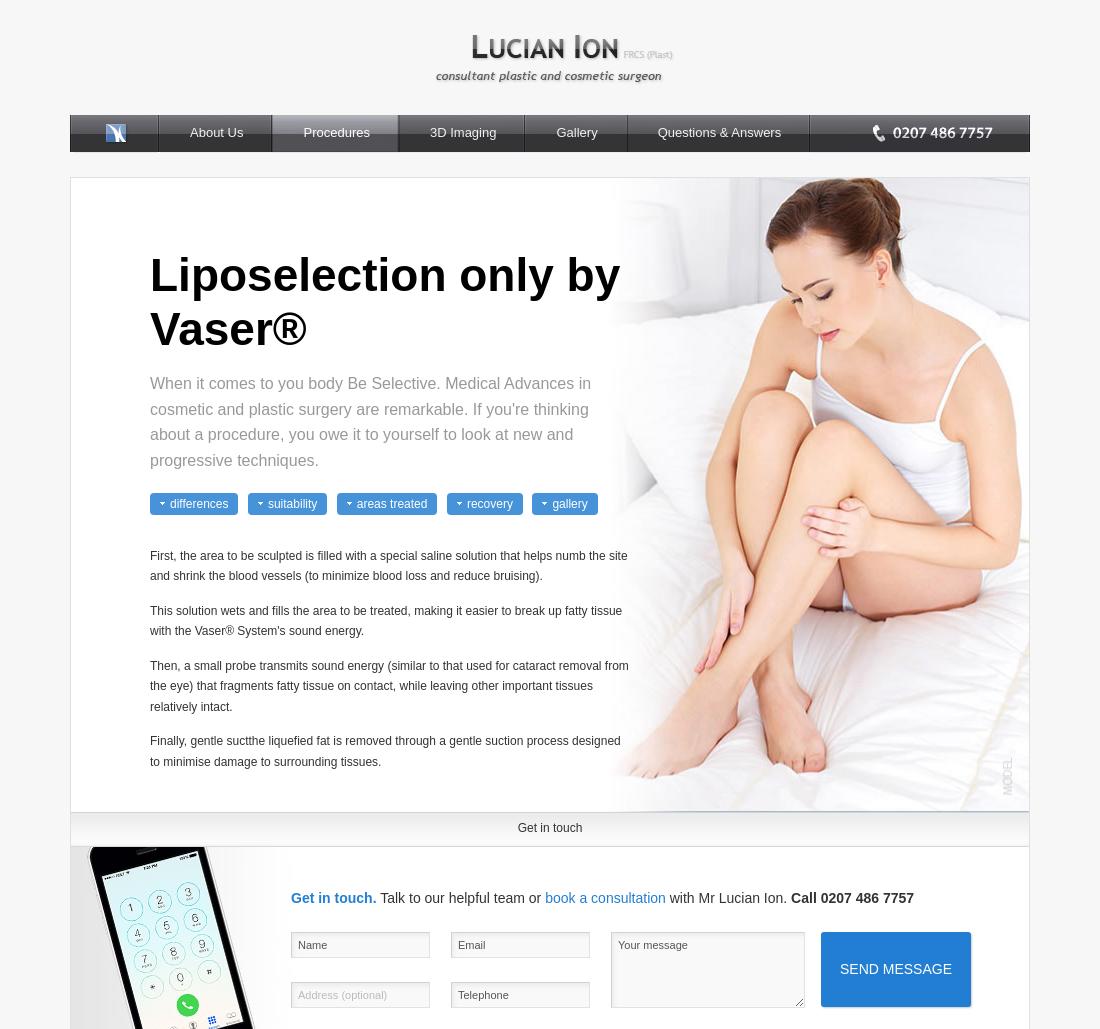 The width and height of the screenshot is (1100, 1029). What do you see at coordinates (717, 131) in the screenshot?
I see `'Questions & Answers'` at bounding box center [717, 131].